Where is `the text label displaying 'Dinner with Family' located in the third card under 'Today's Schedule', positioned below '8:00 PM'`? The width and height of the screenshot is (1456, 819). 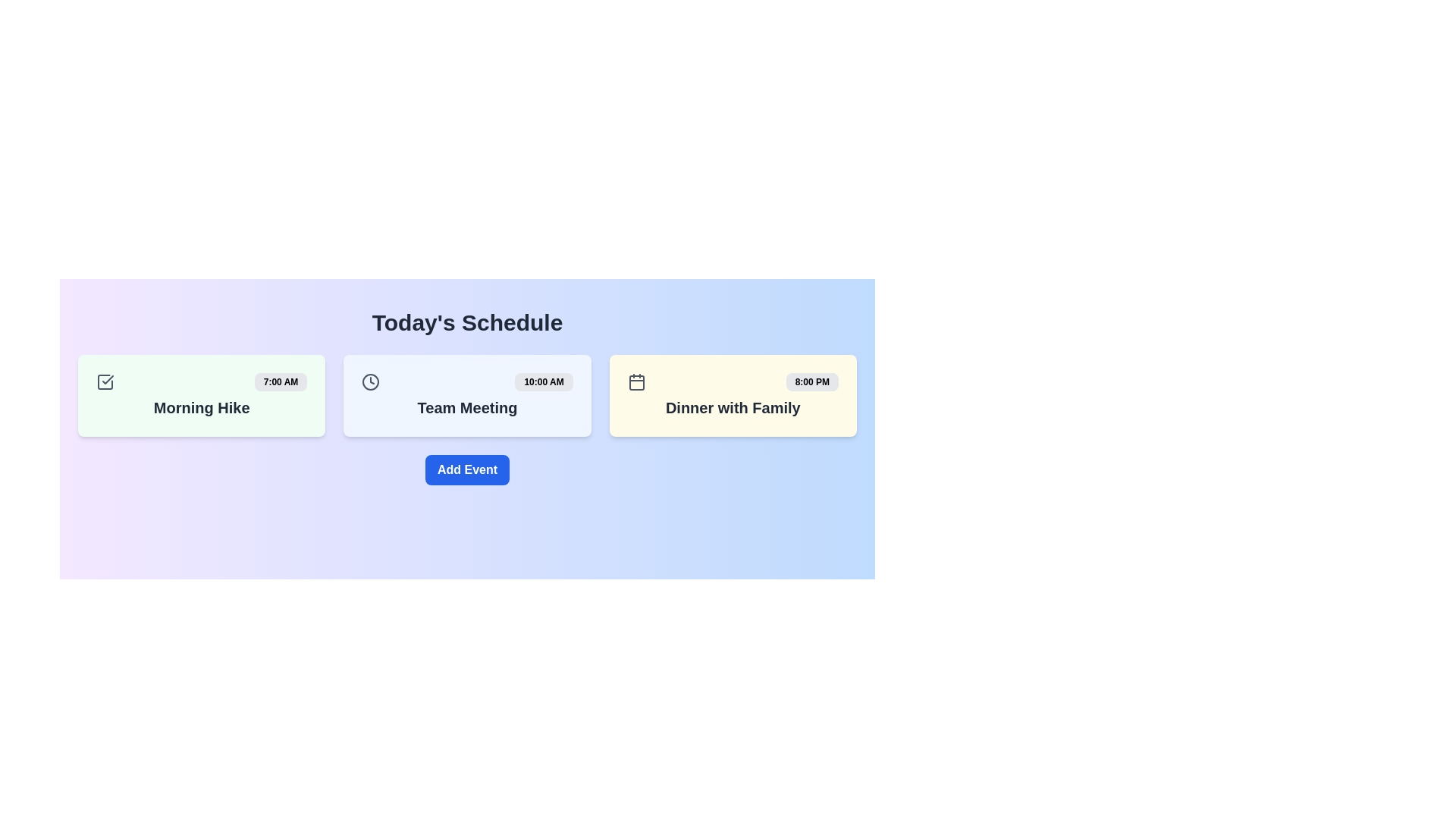 the text label displaying 'Dinner with Family' located in the third card under 'Today's Schedule', positioned below '8:00 PM' is located at coordinates (733, 406).